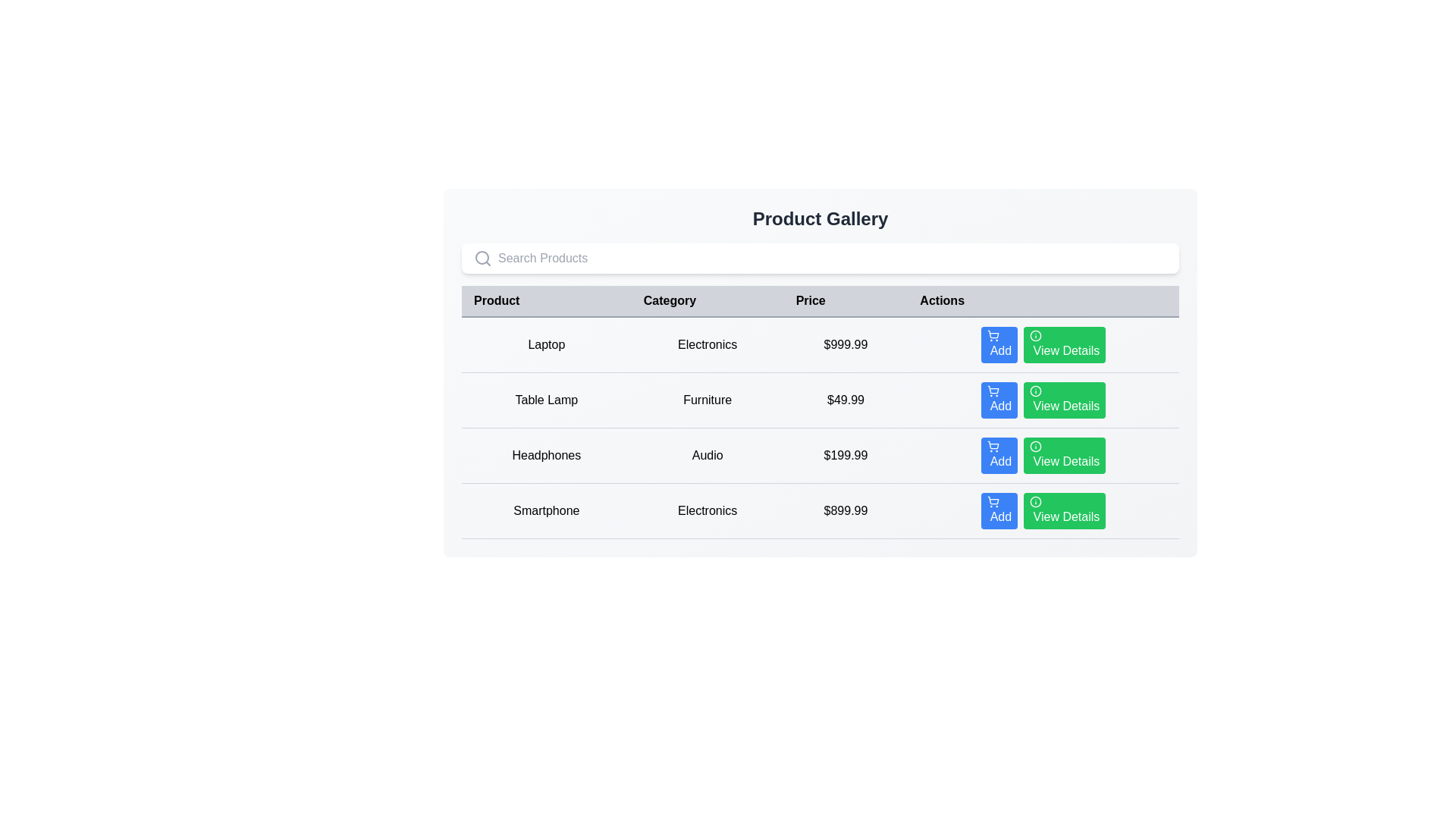 The height and width of the screenshot is (819, 1456). What do you see at coordinates (1043, 400) in the screenshot?
I see `the 'View Details' button with a green background and white text located in the 'Actions' column of the 'Table Lamp' row` at bounding box center [1043, 400].